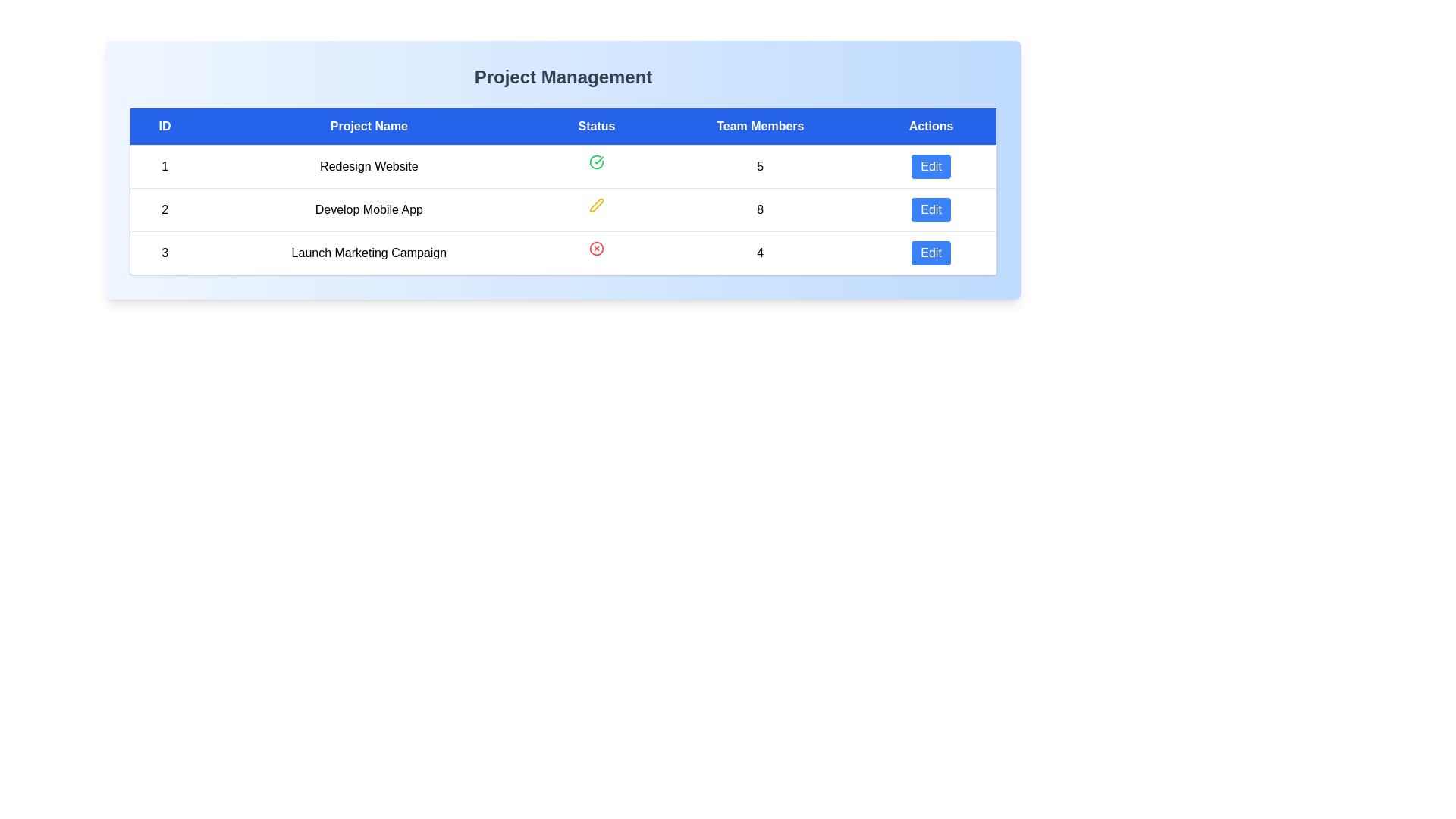  I want to click on the 'Edit' button for the project with ID 3, so click(930, 253).